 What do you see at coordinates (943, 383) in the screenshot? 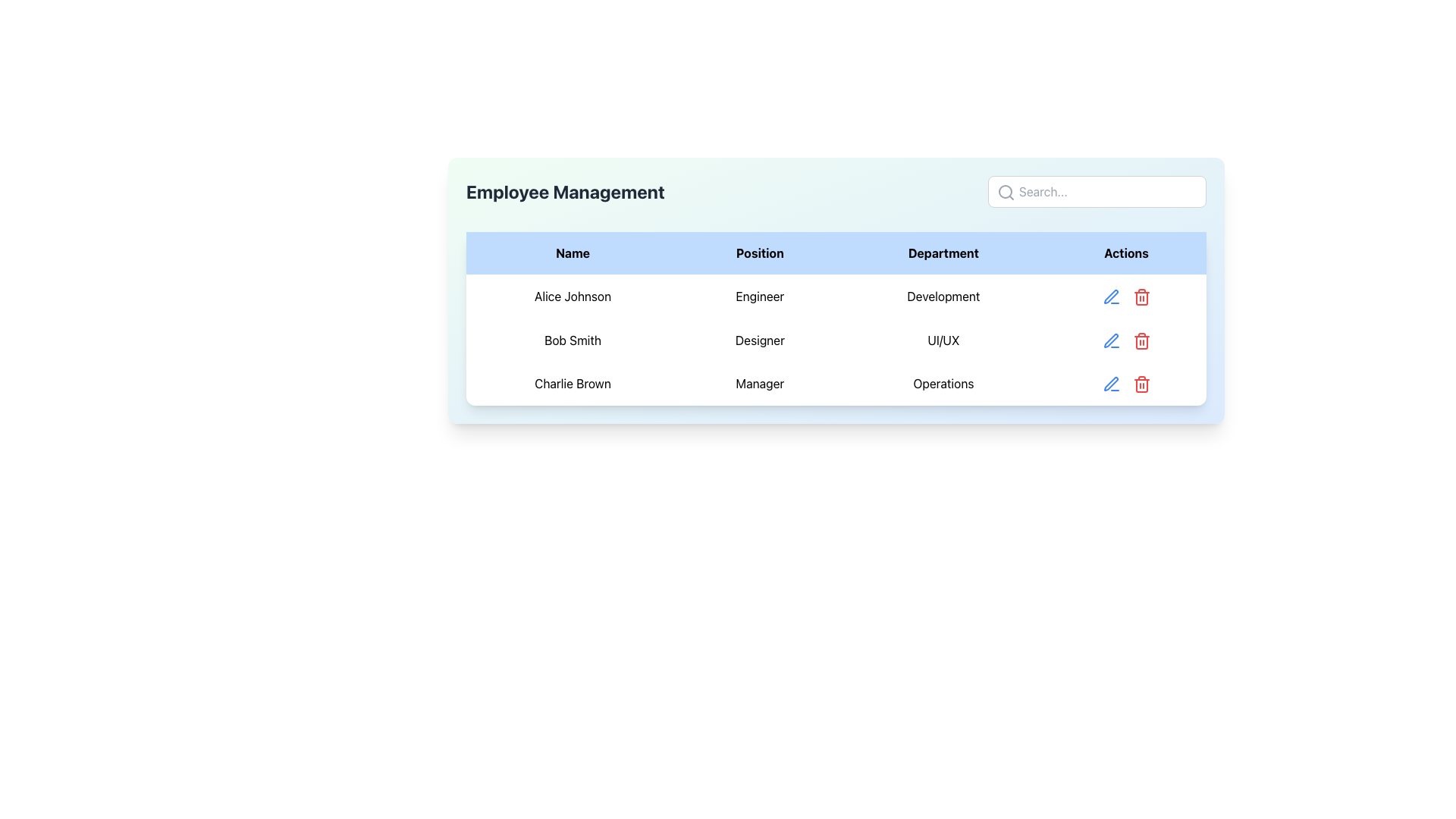
I see `the Text label indicating the department associated with 'Charlie Brown' in the third row of the 'Department' column` at bounding box center [943, 383].